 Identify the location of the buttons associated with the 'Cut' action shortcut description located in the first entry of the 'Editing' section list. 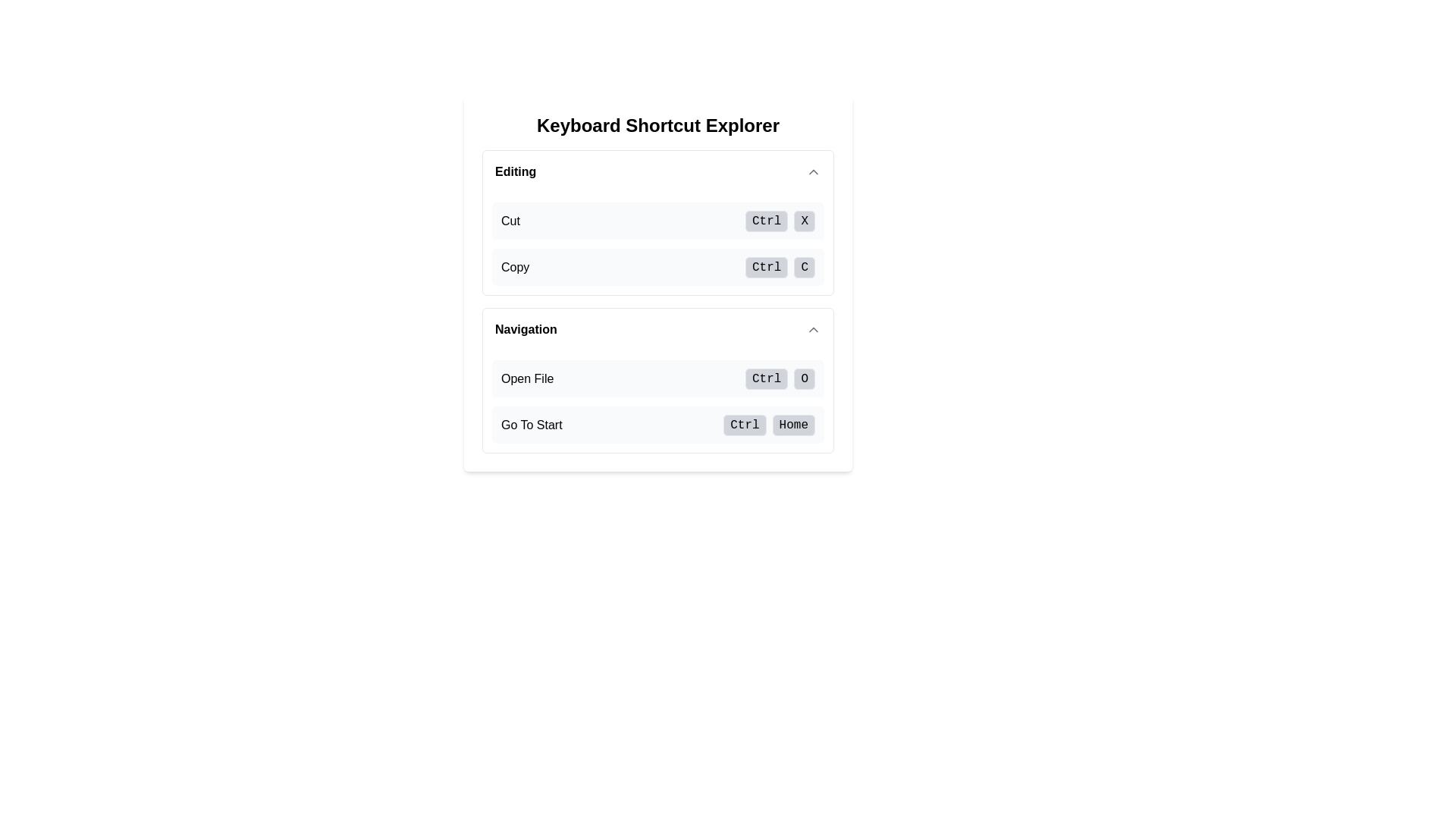
(658, 220).